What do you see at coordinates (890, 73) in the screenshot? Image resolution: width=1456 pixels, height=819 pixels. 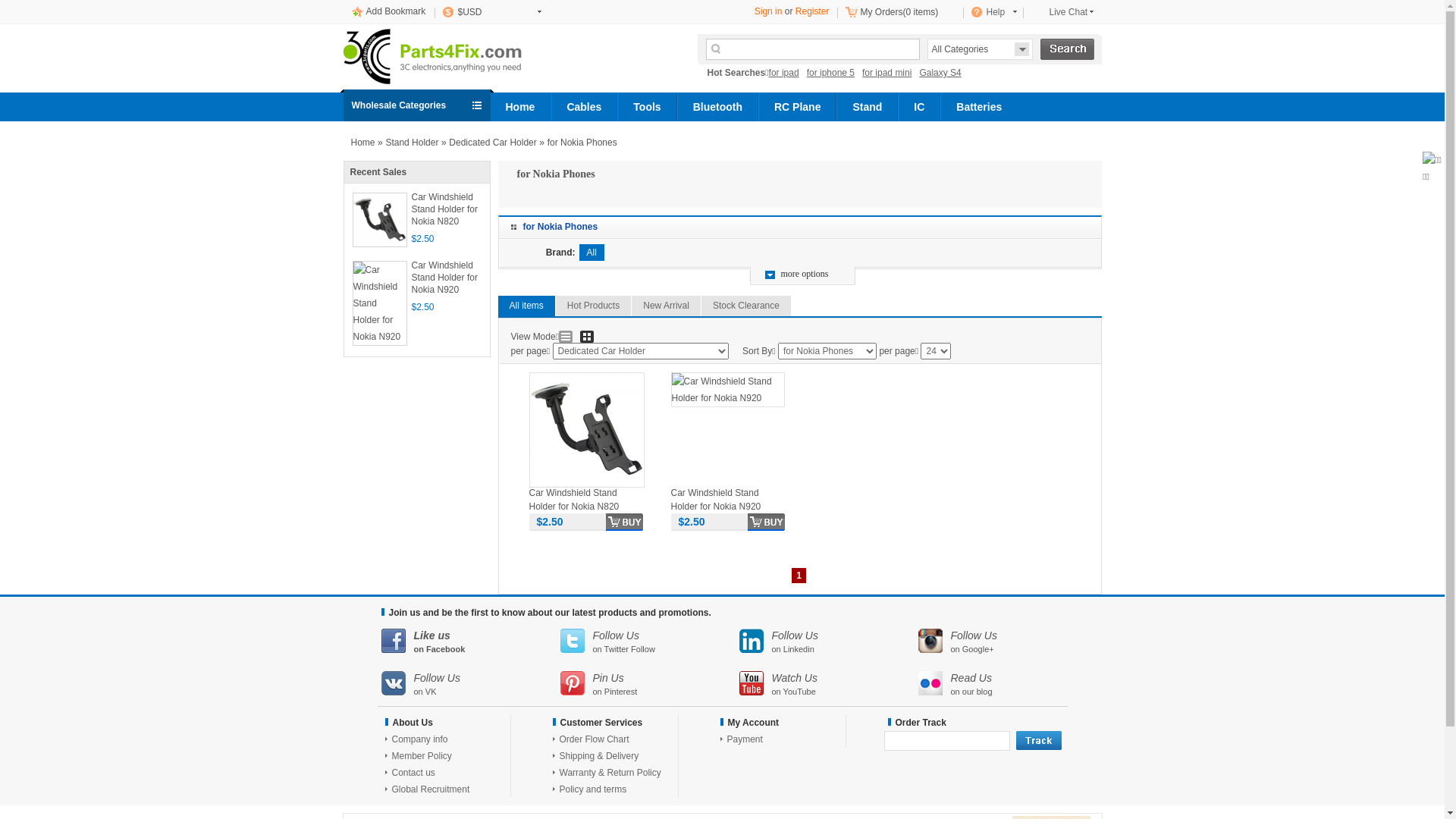 I see `'for ipad mini'` at bounding box center [890, 73].